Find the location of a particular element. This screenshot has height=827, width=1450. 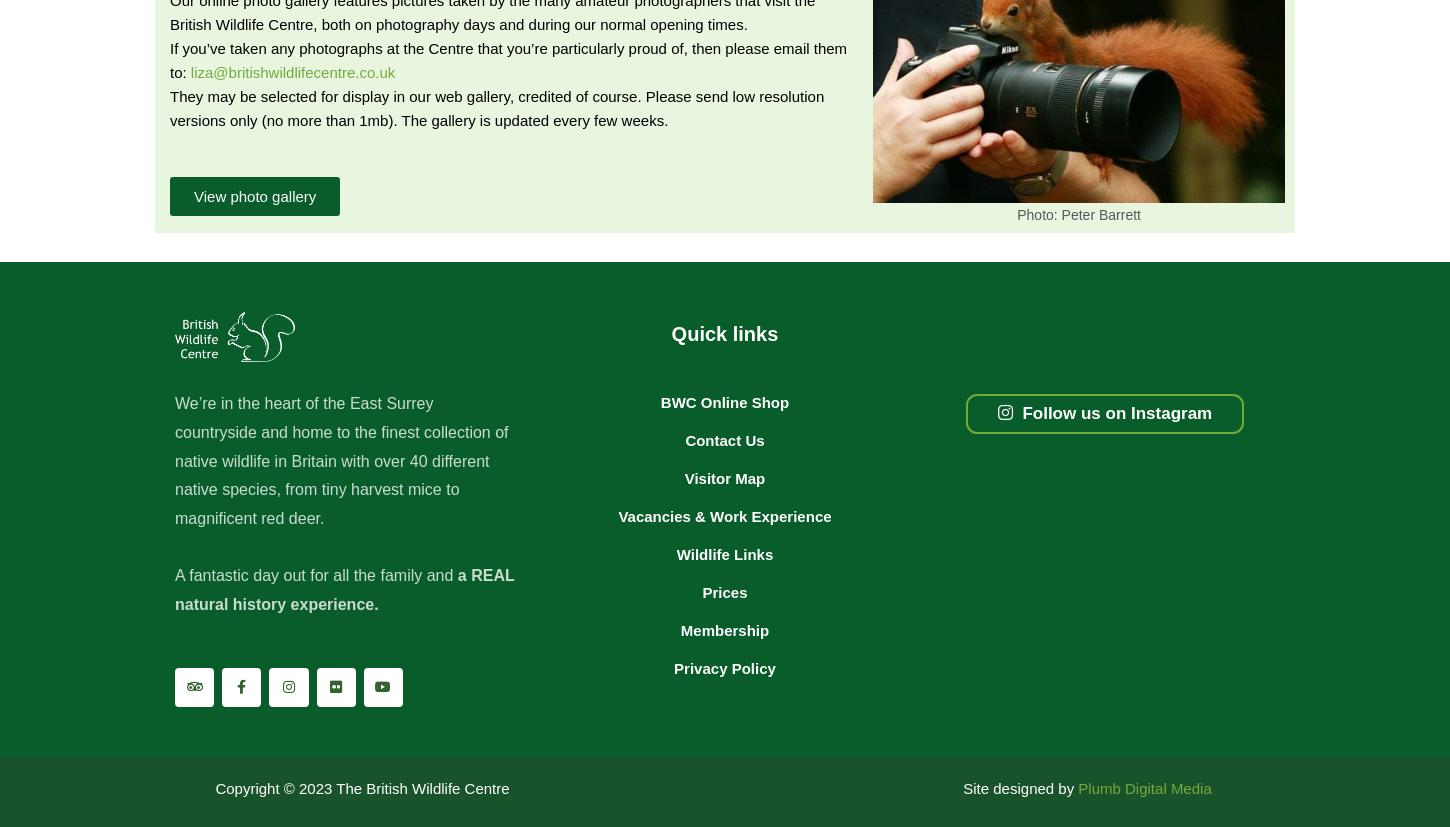

'A fantastic day out for all the family and' is located at coordinates (174, 575).